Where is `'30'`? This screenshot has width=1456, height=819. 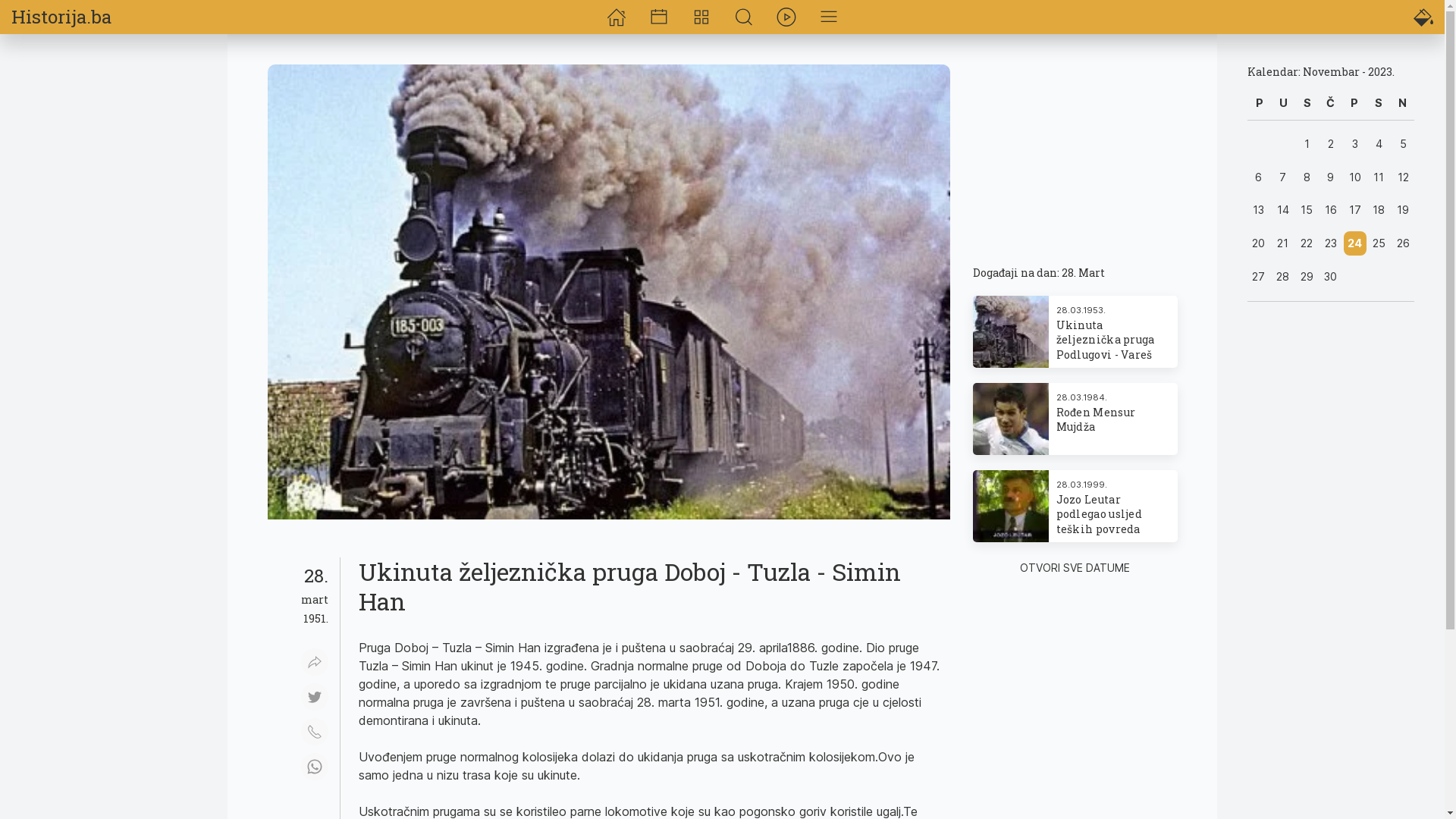 '30' is located at coordinates (1318, 277).